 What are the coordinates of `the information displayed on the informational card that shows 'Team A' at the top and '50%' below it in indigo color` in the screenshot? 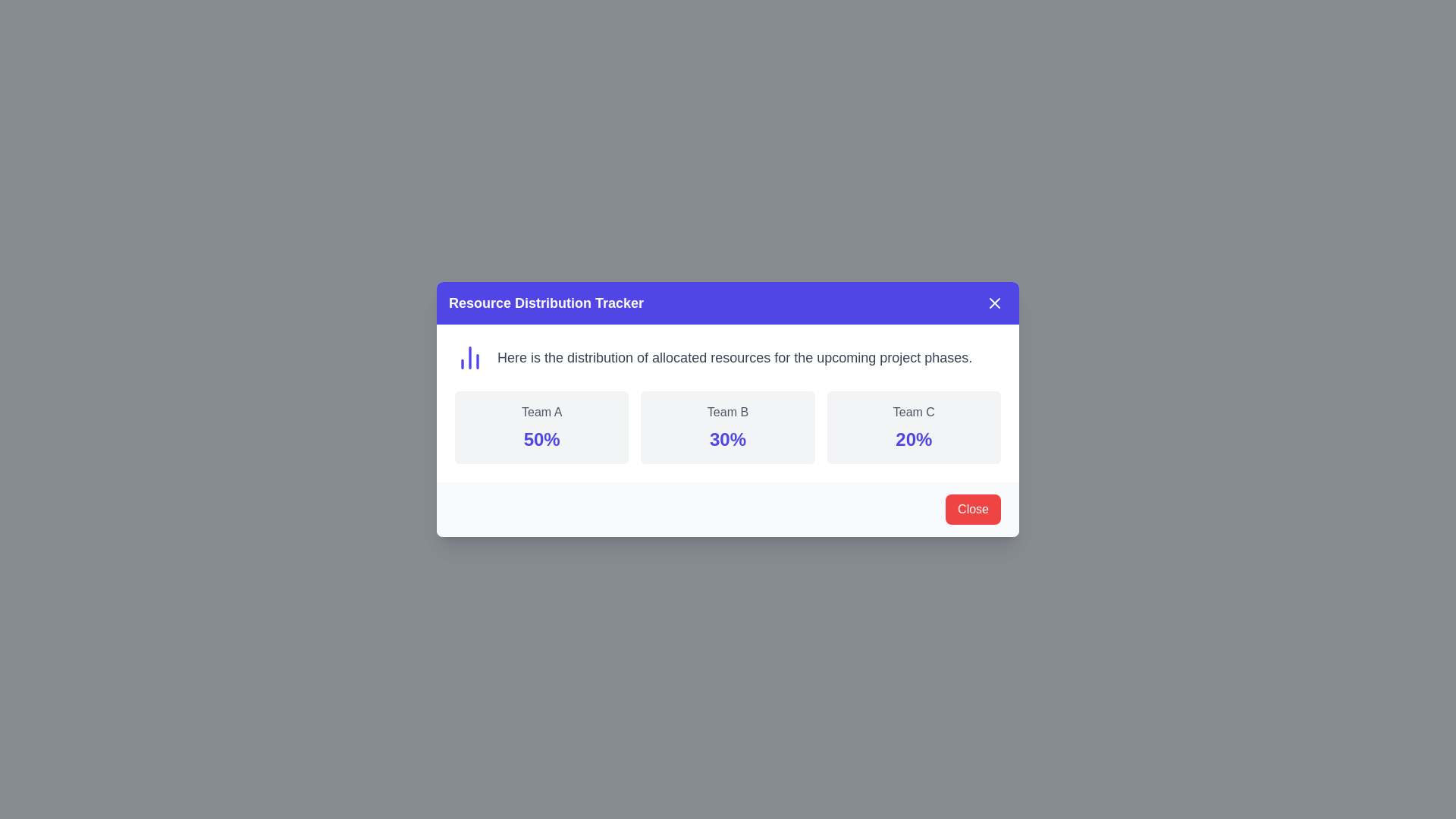 It's located at (541, 427).